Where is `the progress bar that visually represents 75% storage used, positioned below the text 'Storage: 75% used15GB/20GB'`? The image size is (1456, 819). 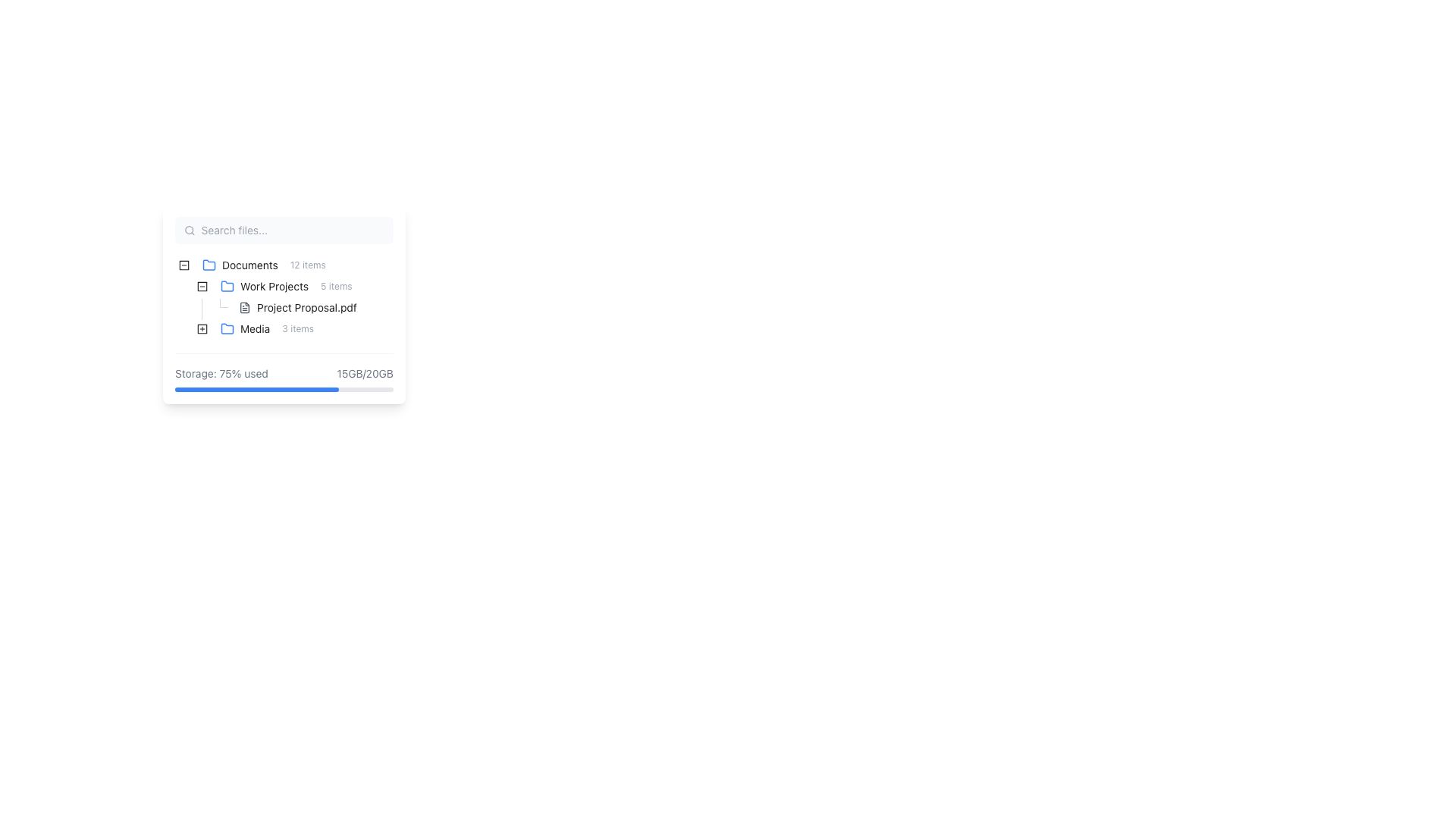 the progress bar that visually represents 75% storage used, positioned below the text 'Storage: 75% used15GB/20GB' is located at coordinates (284, 388).